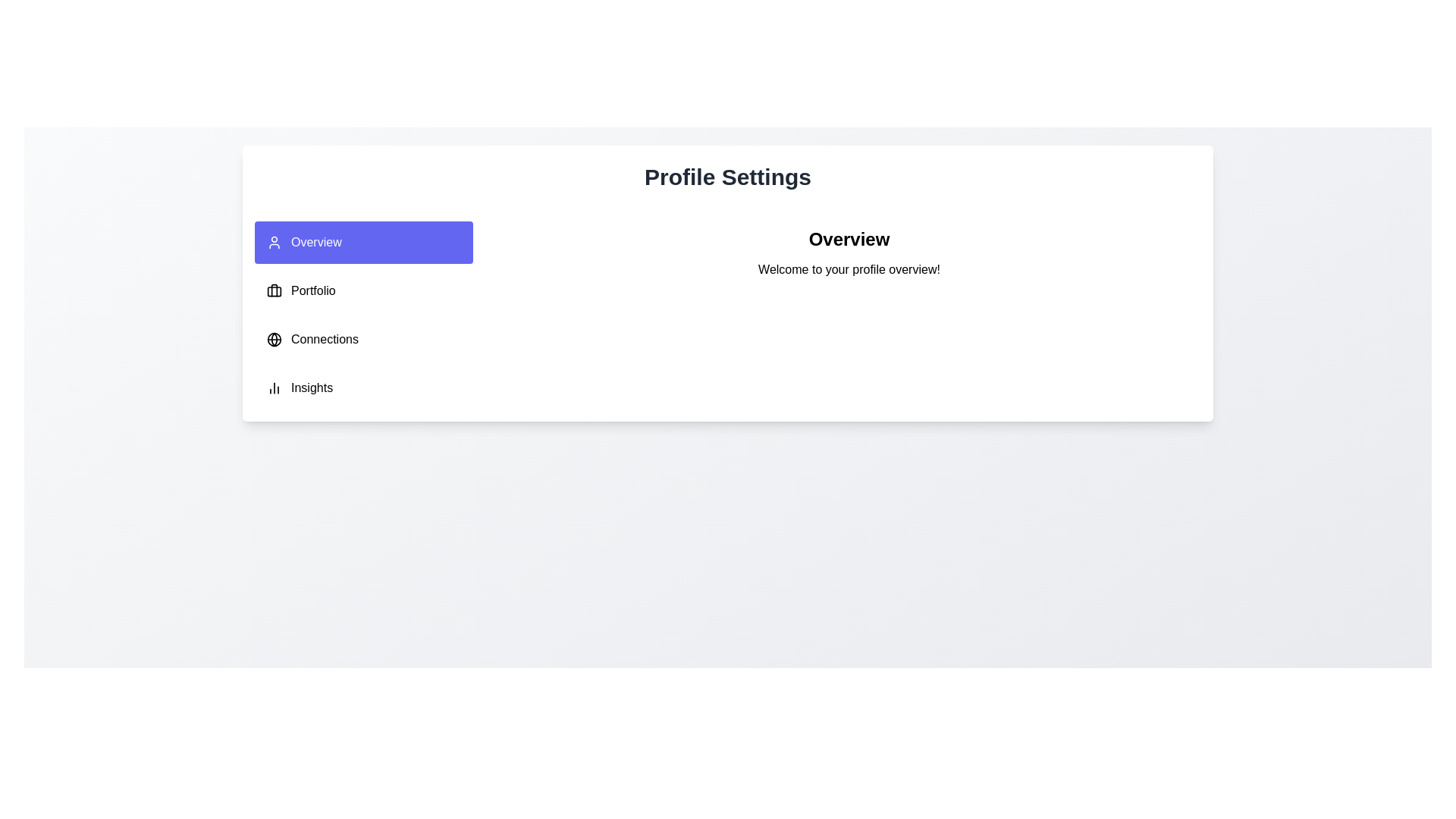 The image size is (1456, 819). Describe the element at coordinates (848, 239) in the screenshot. I see `the header of the component` at that location.